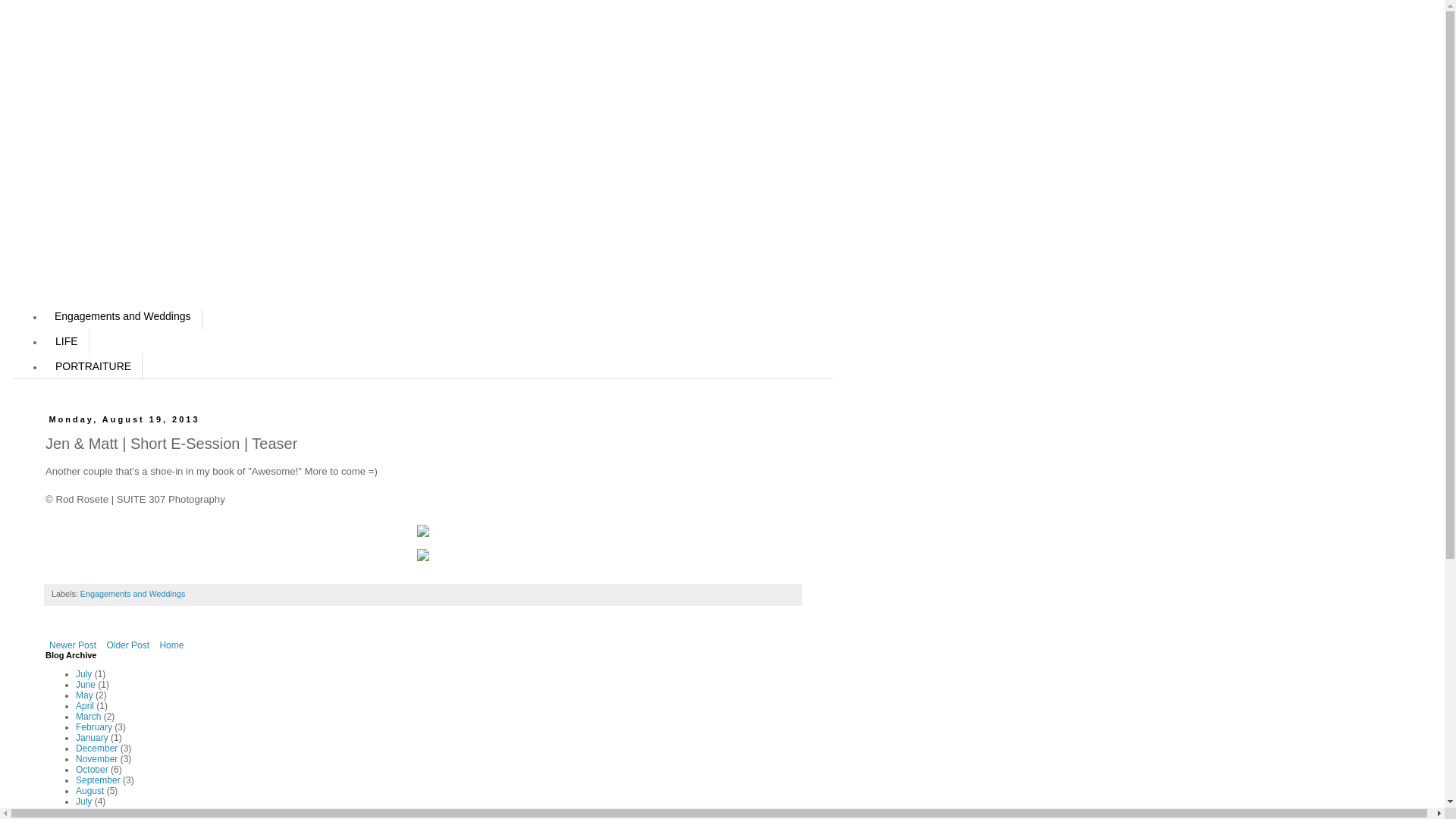  Describe the element at coordinates (75, 736) in the screenshot. I see `'January'` at that location.